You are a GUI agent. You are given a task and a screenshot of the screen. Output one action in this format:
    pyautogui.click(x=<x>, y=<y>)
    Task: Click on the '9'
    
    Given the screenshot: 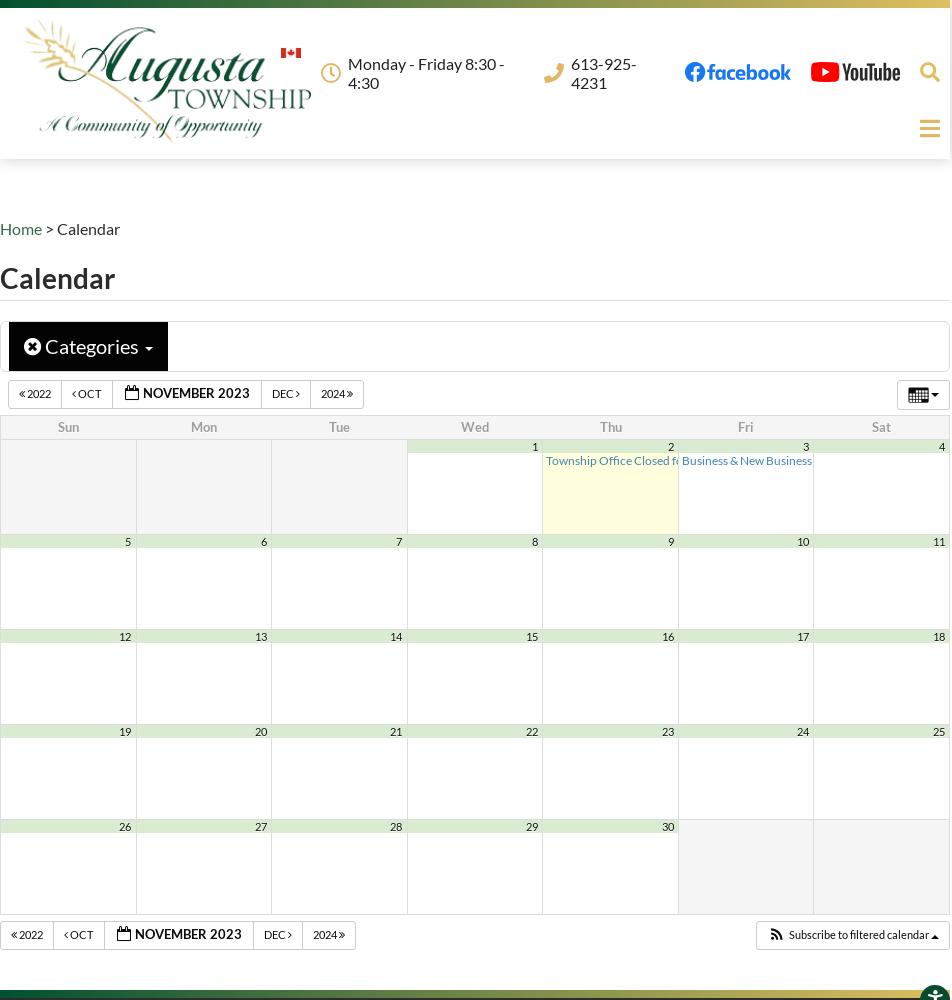 What is the action you would take?
    pyautogui.click(x=670, y=541)
    